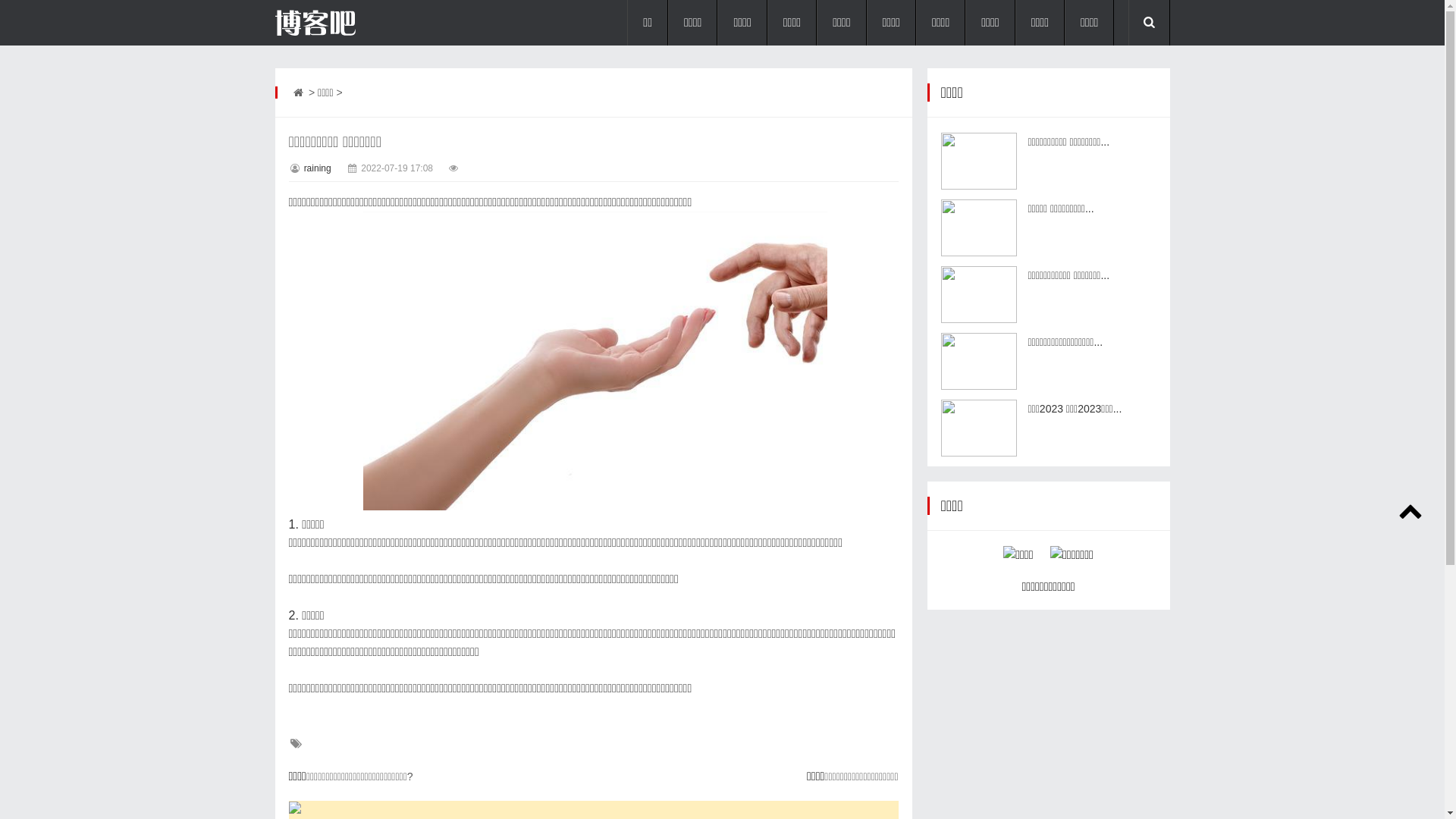  I want to click on 'raining', so click(316, 168).